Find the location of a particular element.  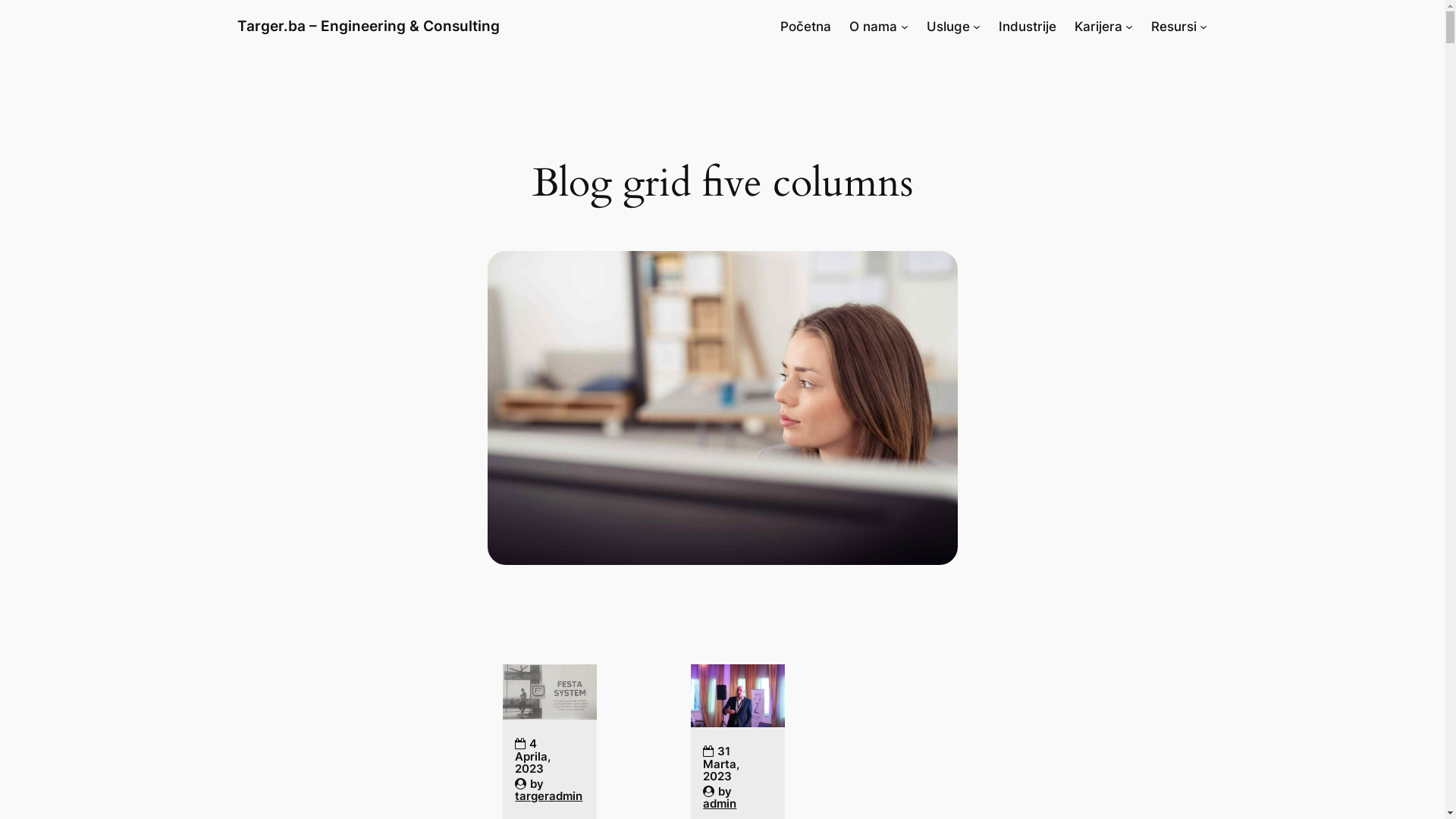

'admin' is located at coordinates (701, 803).